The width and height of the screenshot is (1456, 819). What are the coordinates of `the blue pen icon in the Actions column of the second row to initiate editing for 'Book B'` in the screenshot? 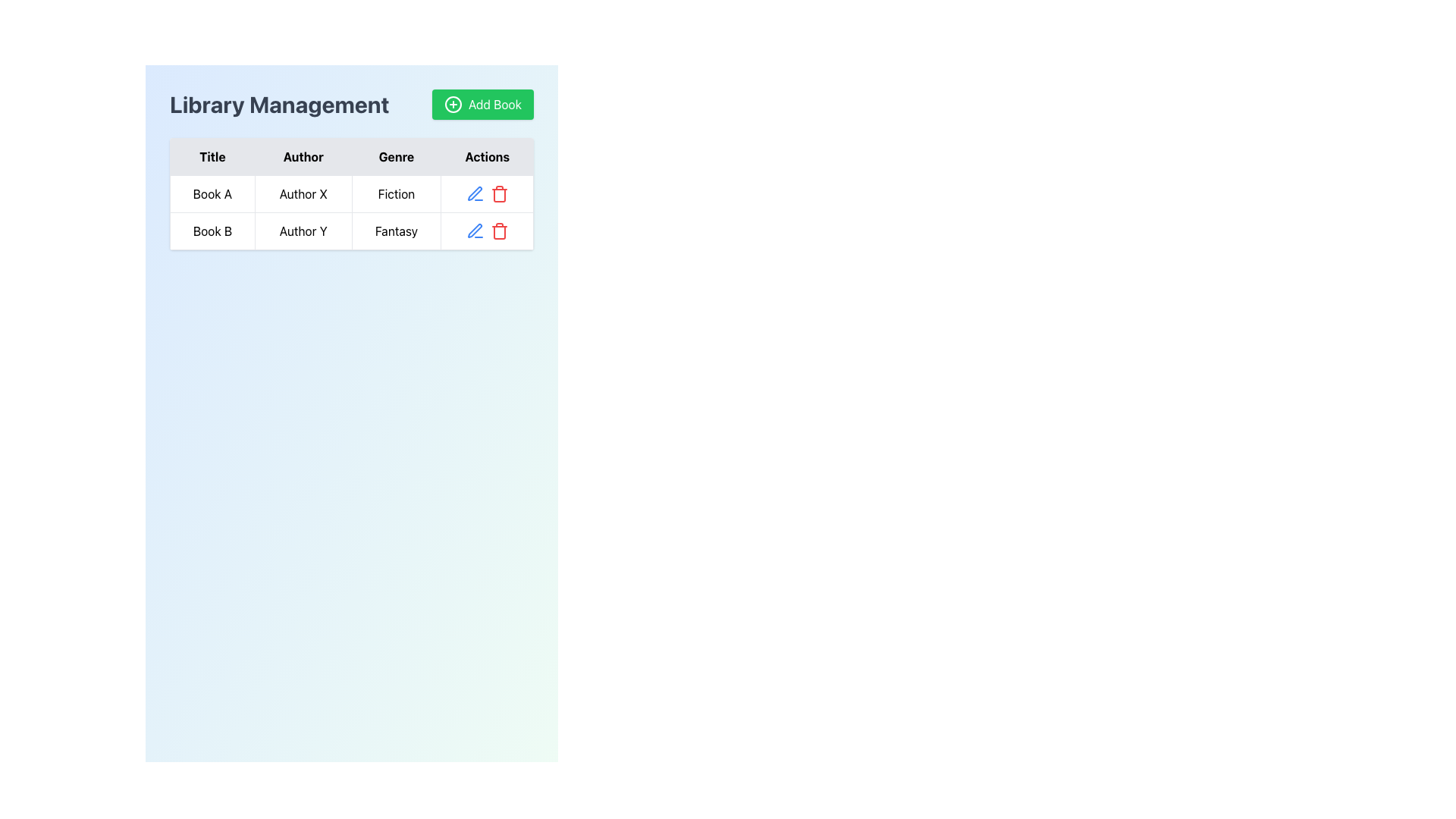 It's located at (473, 192).